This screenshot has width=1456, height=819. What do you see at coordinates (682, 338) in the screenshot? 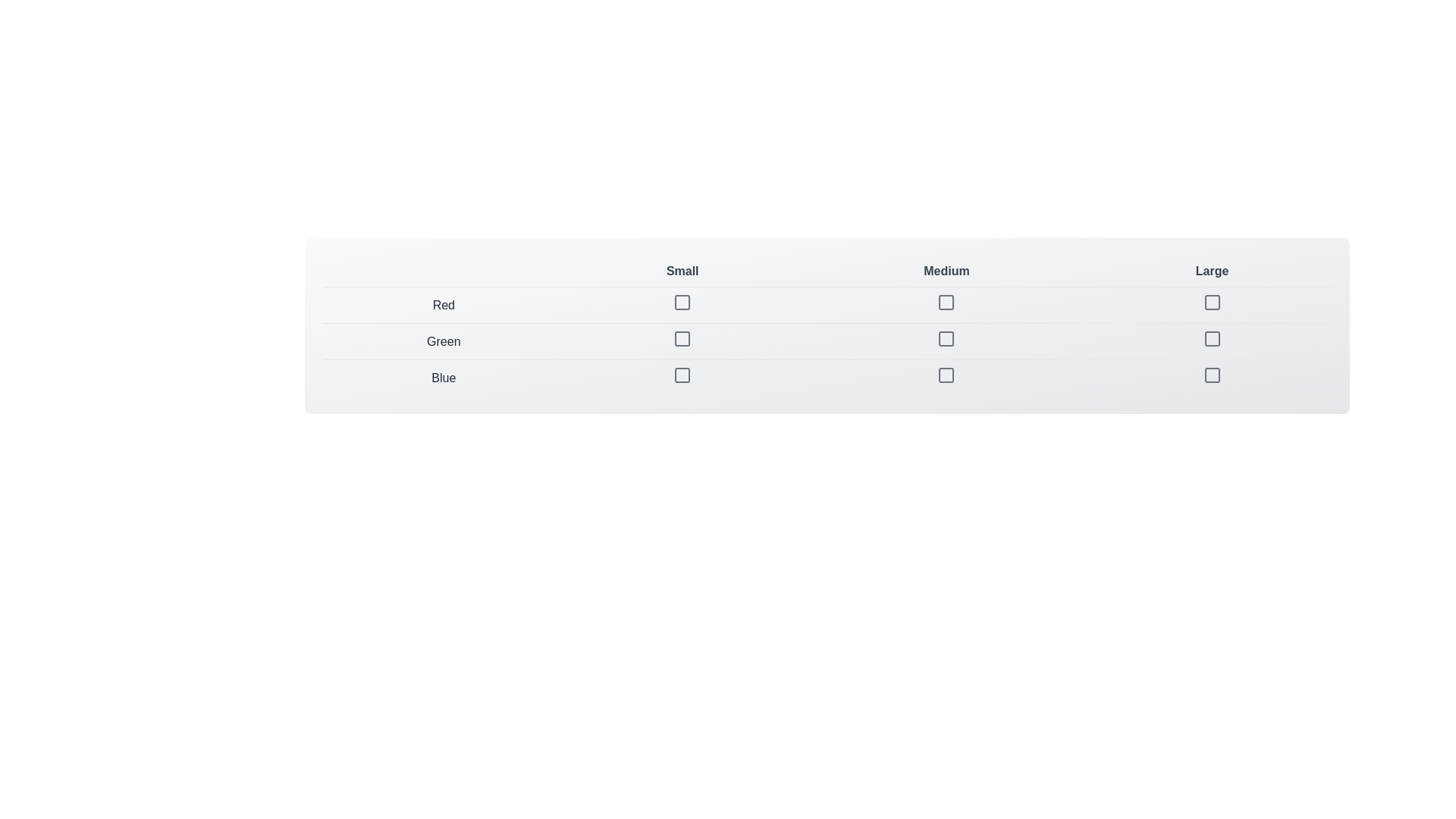
I see `the checkbox located in the 'Green' row and 'Small' column` at bounding box center [682, 338].